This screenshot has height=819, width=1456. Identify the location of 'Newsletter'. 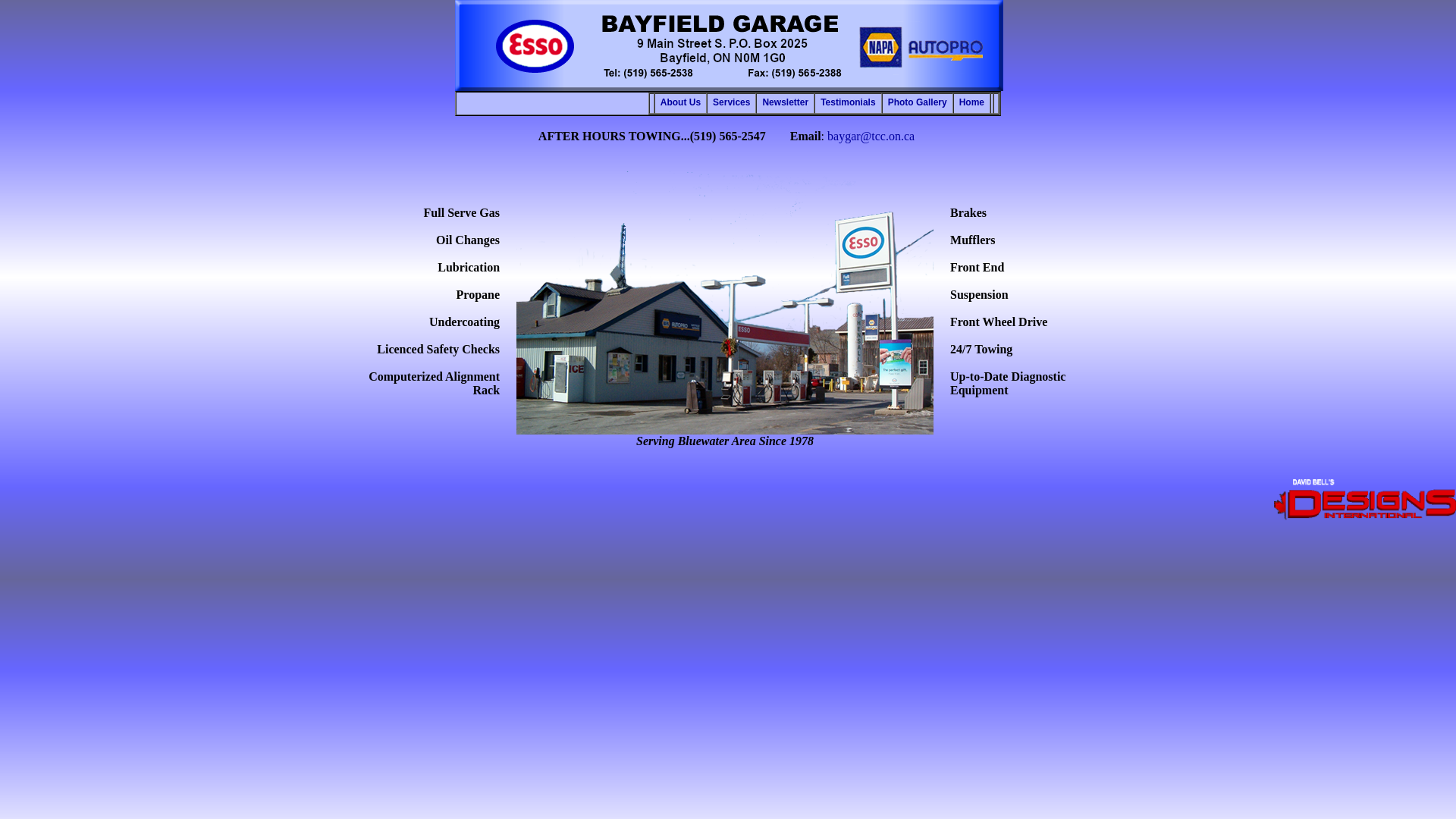
(785, 102).